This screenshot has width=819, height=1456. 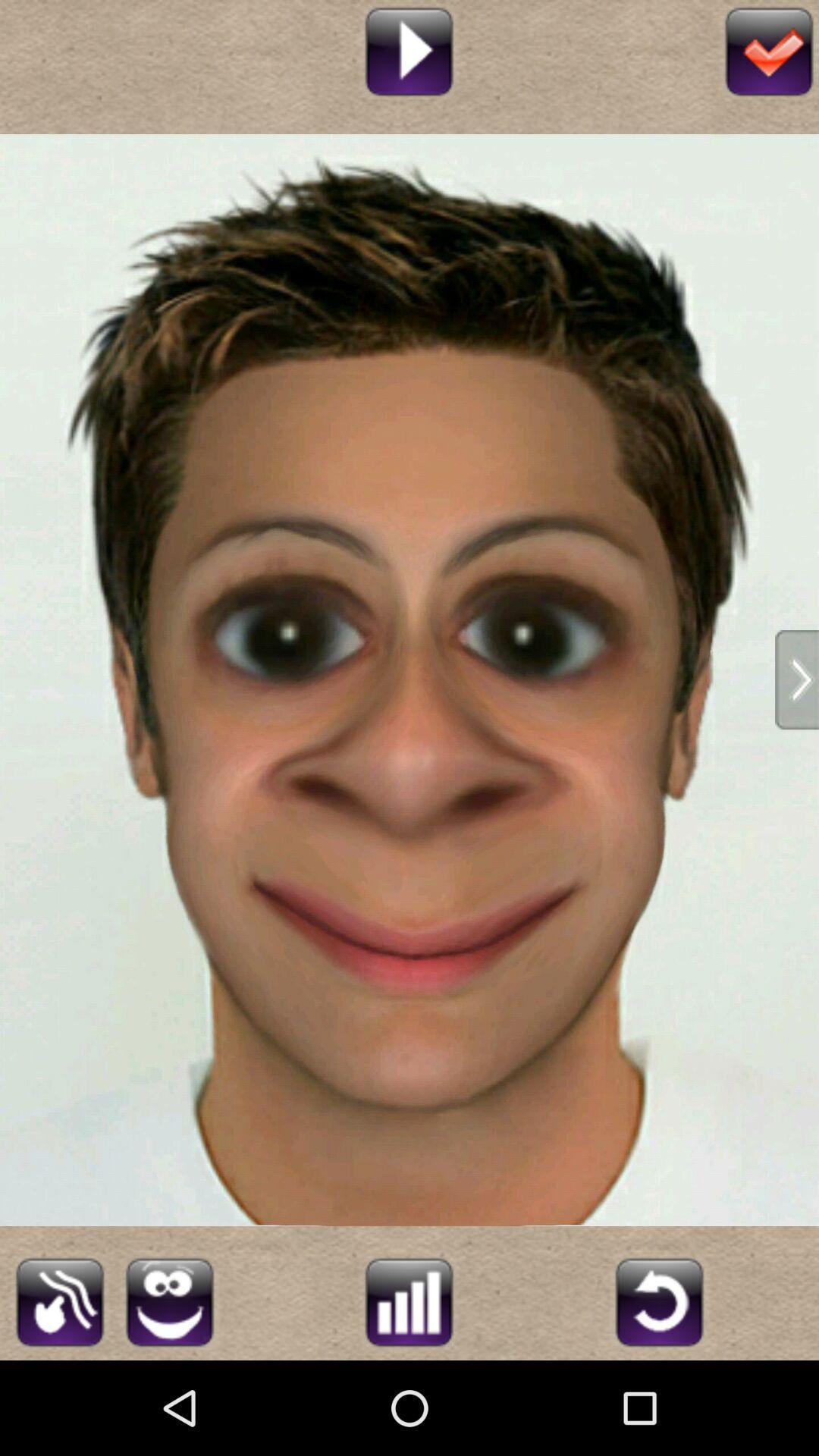 I want to click on deform photo, so click(x=169, y=1299).